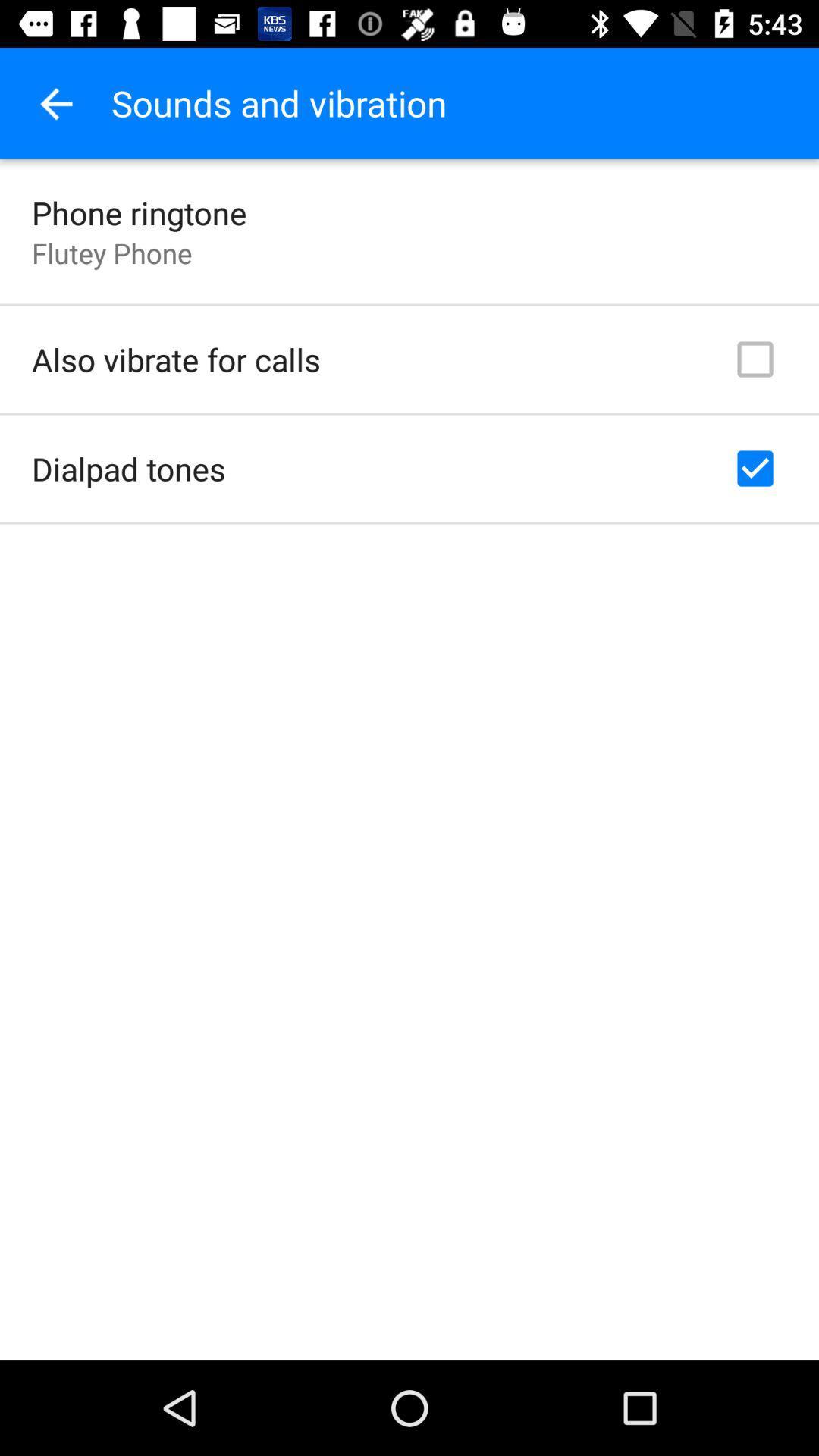 This screenshot has height=1456, width=819. I want to click on the dialpad tones item, so click(127, 468).